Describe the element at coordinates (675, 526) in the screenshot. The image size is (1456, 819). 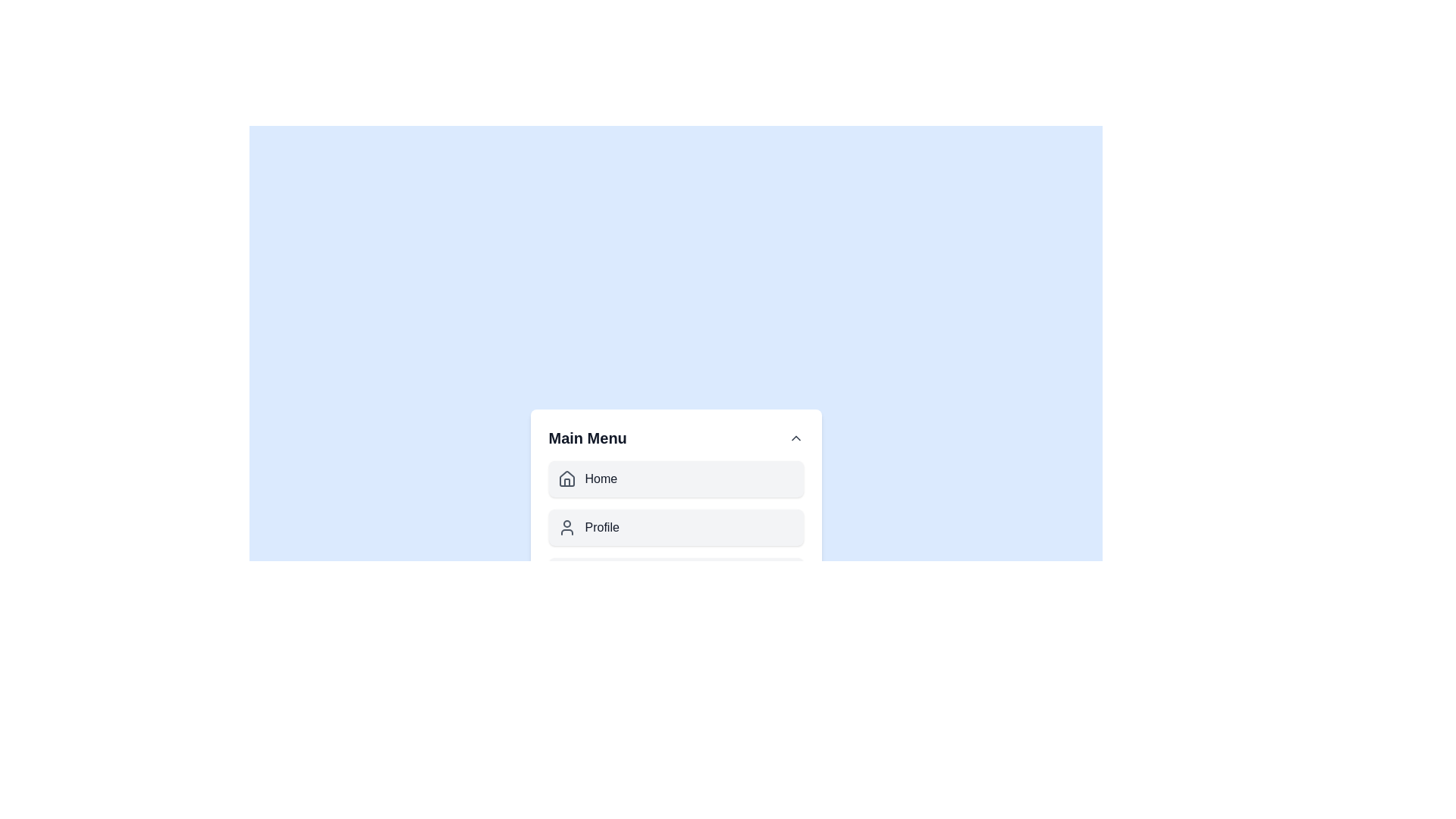
I see `the menu item labeled Profile` at that location.